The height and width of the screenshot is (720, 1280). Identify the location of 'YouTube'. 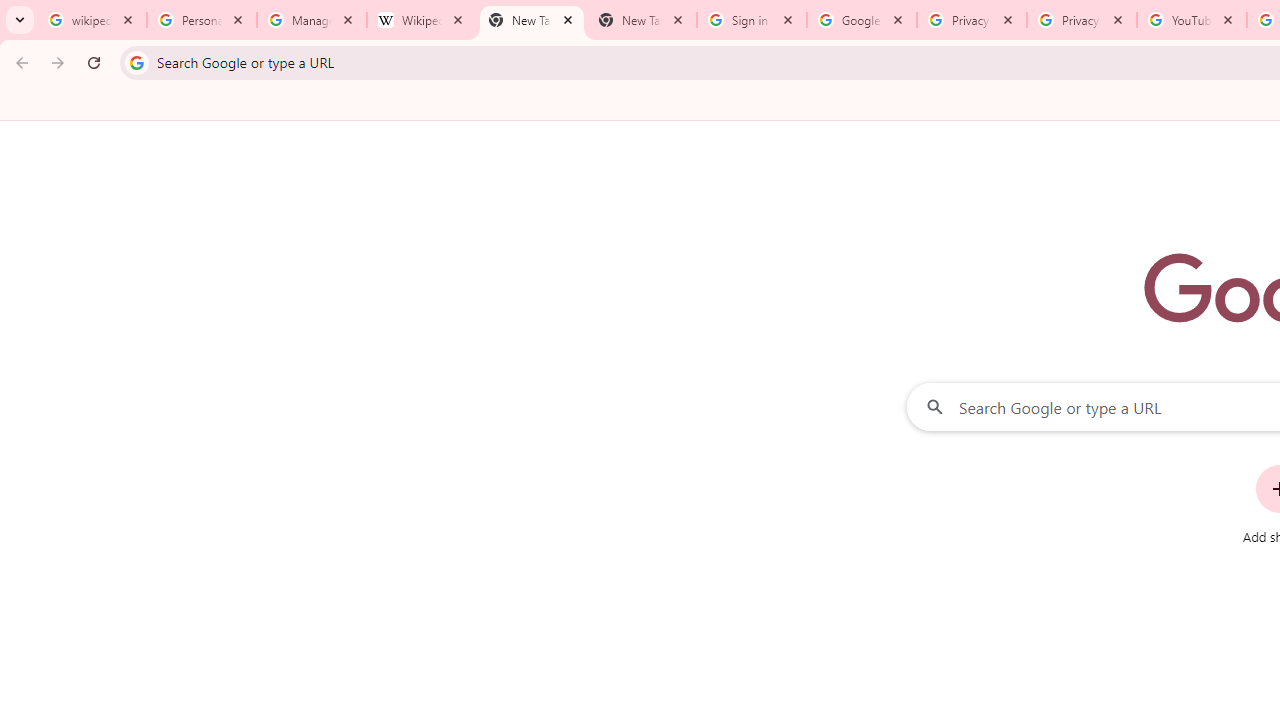
(1191, 20).